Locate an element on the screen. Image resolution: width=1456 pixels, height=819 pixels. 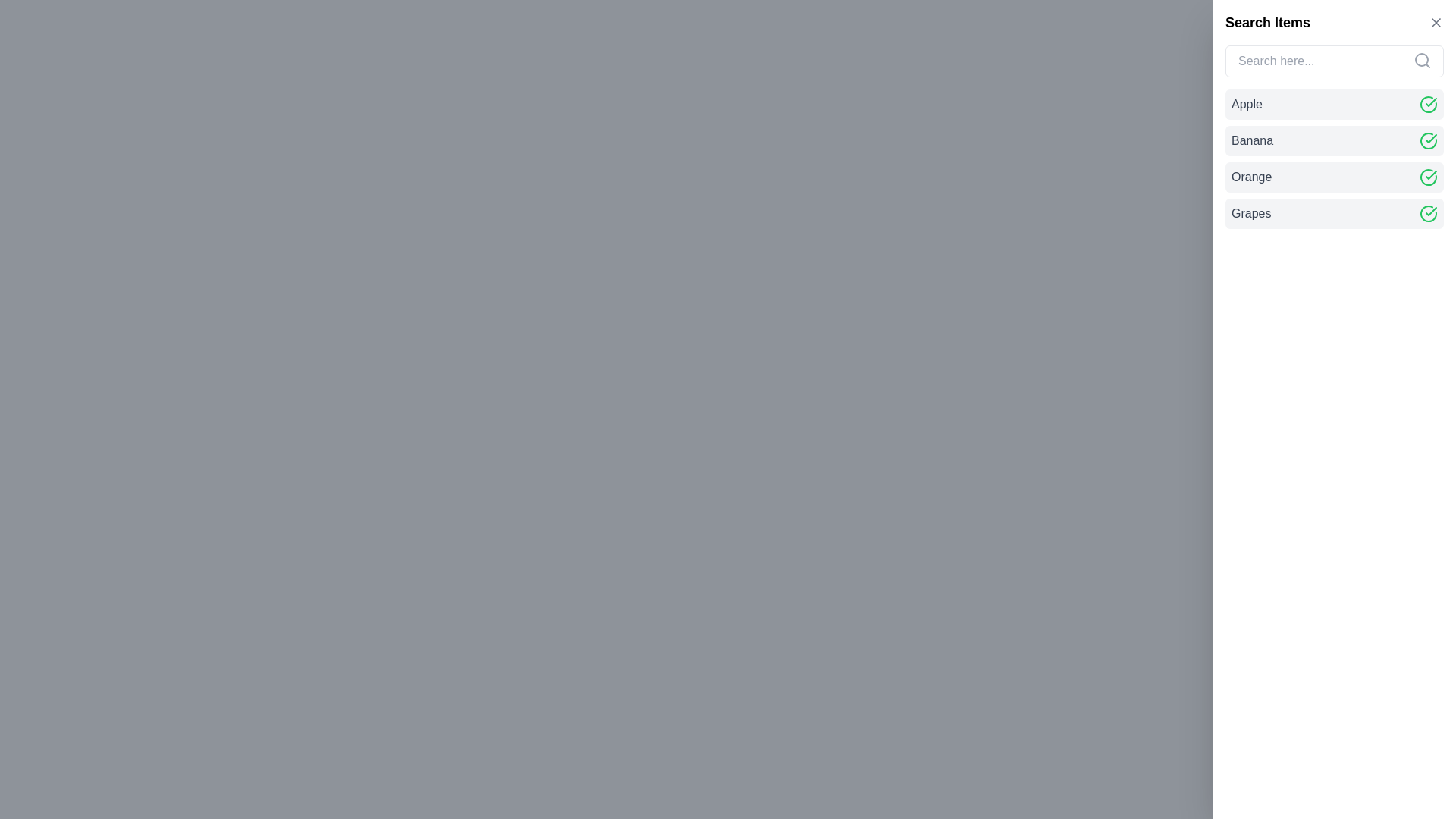
the verification icon located at the top-right corner of the 'Apple' list item to indicate selection is located at coordinates (1427, 104).